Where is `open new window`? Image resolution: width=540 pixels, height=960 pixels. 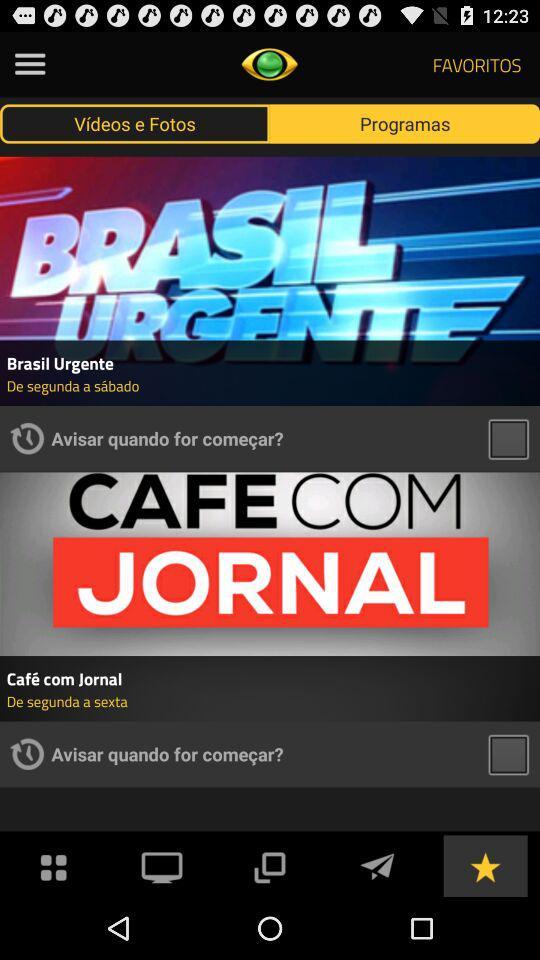
open new window is located at coordinates (269, 864).